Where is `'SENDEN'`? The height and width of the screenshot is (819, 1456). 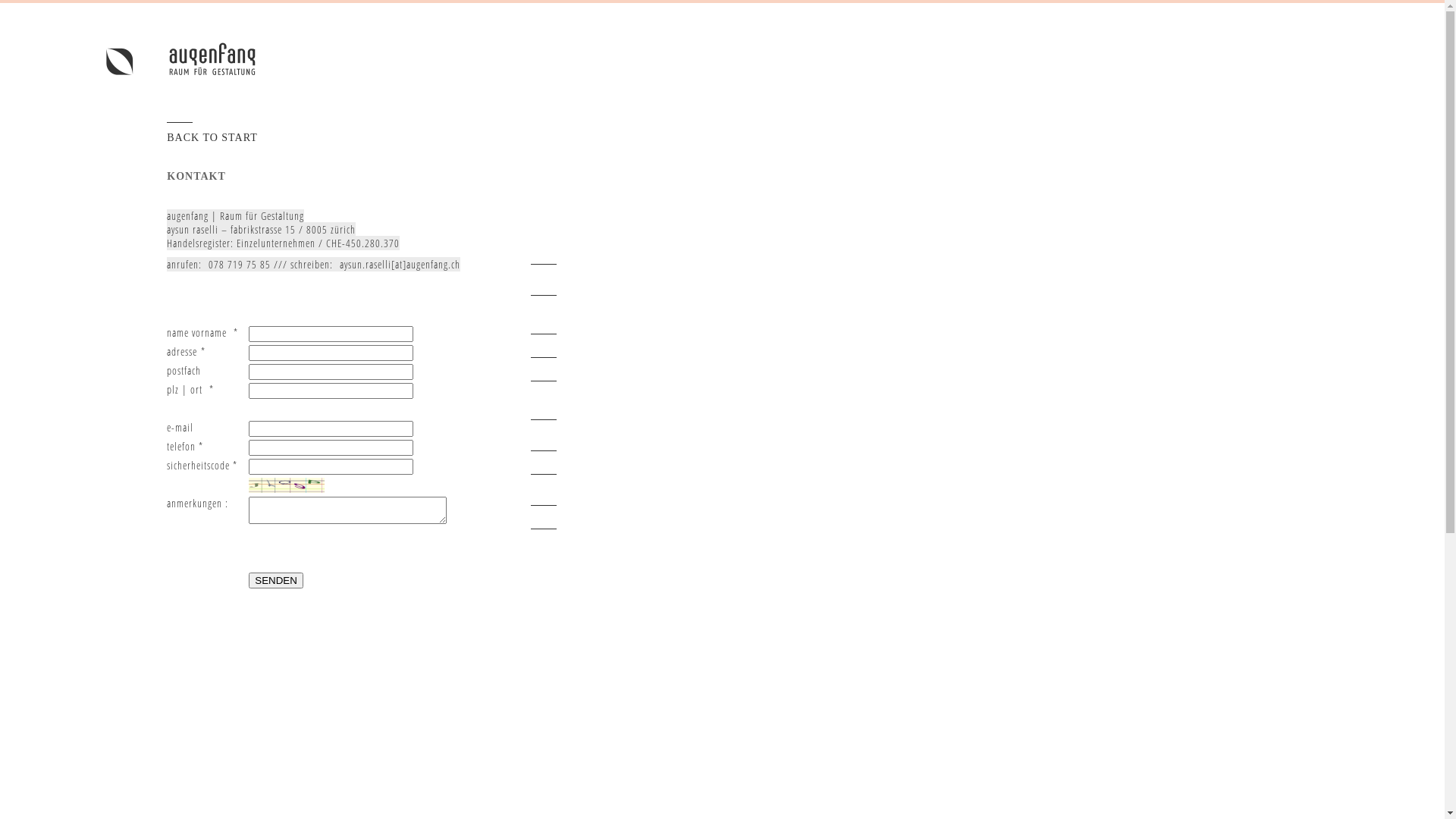 'SENDEN' is located at coordinates (276, 580).